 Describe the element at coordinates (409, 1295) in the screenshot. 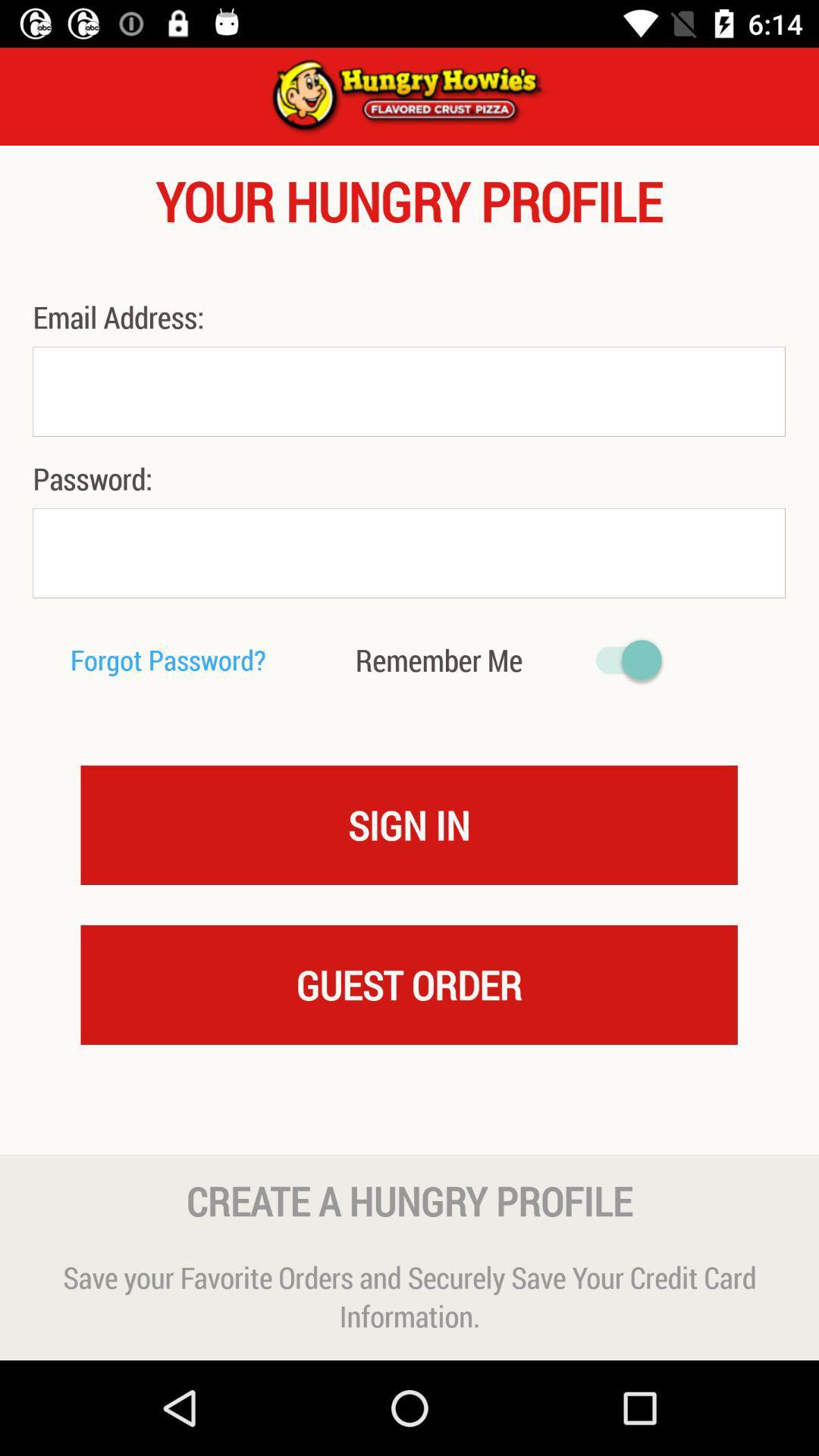

I see `the icon below create a hungry` at that location.